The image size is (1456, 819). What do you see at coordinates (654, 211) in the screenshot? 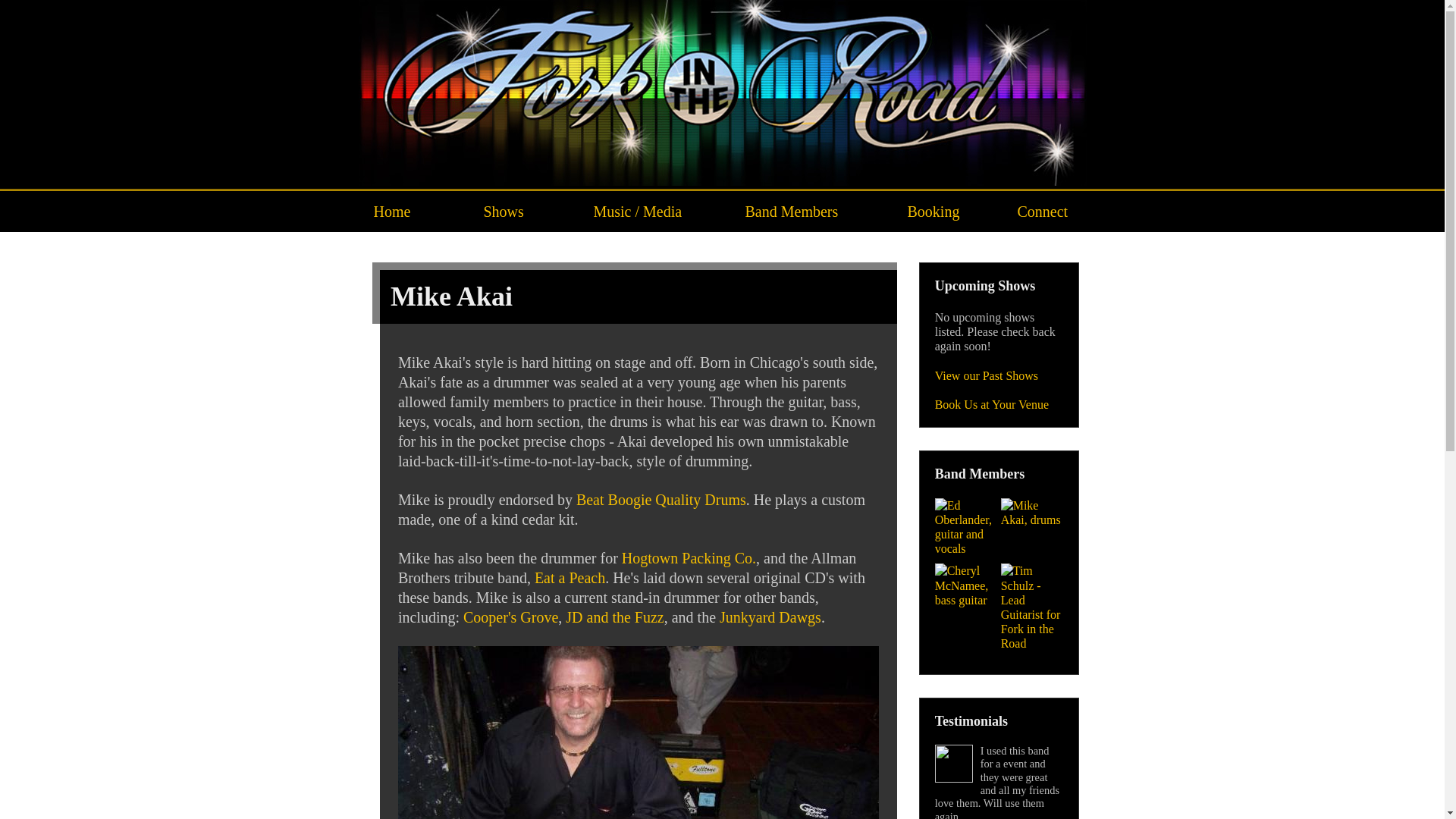
I see `'Music / Media'` at bounding box center [654, 211].